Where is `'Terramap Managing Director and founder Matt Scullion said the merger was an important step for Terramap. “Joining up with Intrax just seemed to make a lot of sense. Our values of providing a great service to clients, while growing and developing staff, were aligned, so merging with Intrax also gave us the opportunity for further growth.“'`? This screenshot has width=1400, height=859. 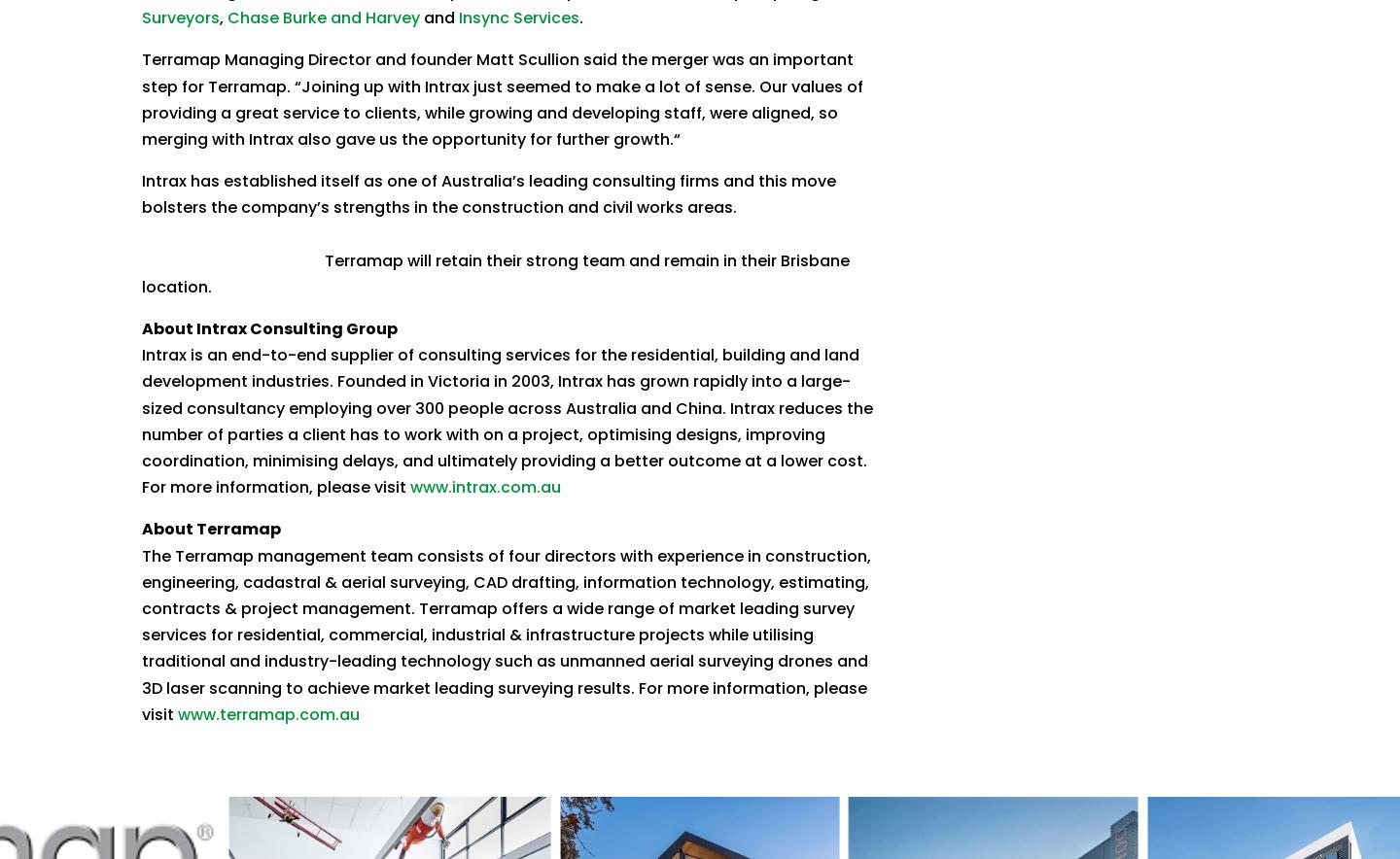
'Terramap Managing Director and founder Matt Scullion said the merger was an important step for Terramap. “Joining up with Intrax just seemed to make a lot of sense. Our values of providing a great service to clients, while growing and developing staff, were aligned, so merging with Intrax also gave us the opportunity for further growth.“' is located at coordinates (500, 99).